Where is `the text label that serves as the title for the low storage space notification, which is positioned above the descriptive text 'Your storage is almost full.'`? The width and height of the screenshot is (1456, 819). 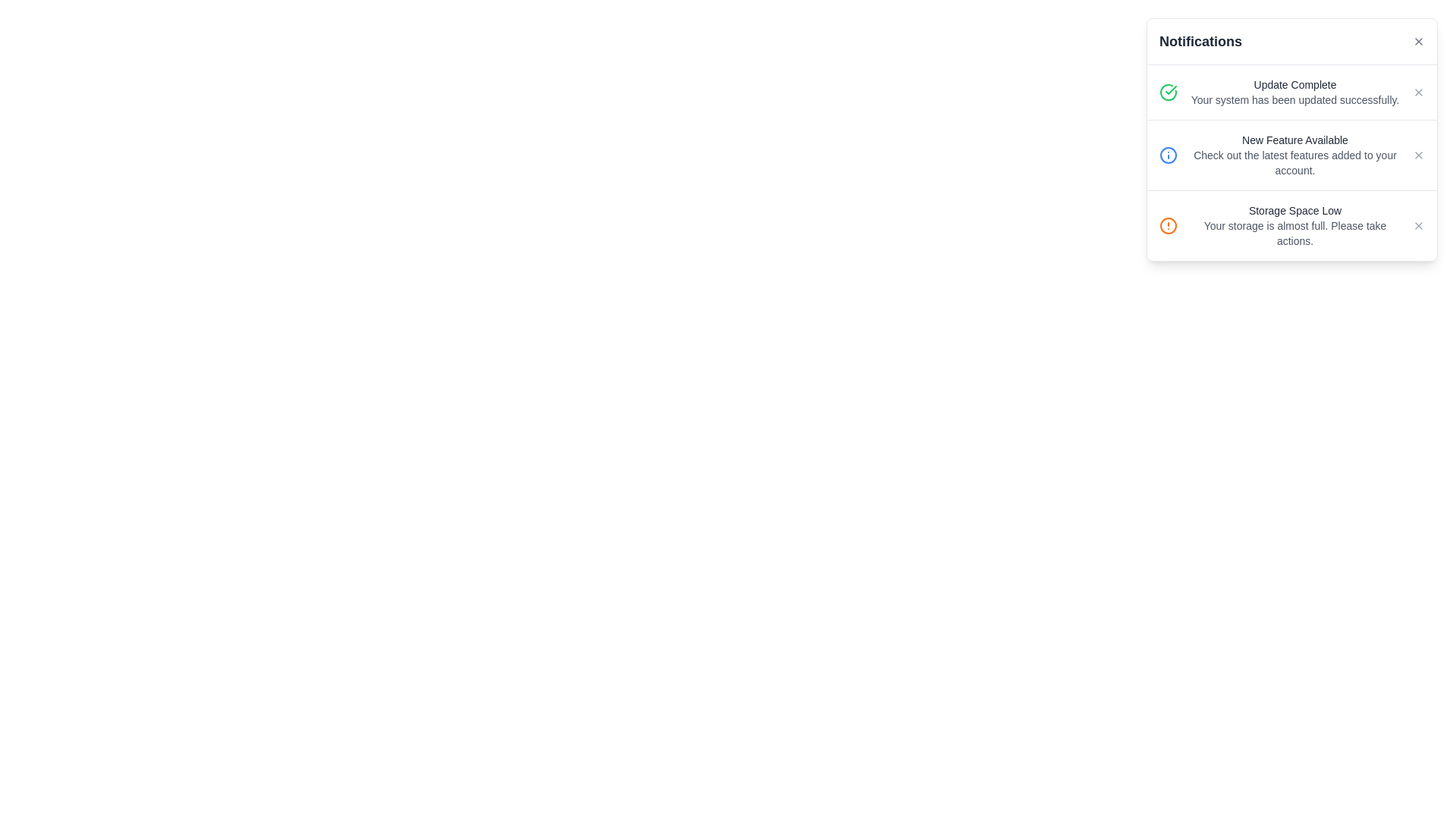
the text label that serves as the title for the low storage space notification, which is positioned above the descriptive text 'Your storage is almost full.' is located at coordinates (1294, 210).